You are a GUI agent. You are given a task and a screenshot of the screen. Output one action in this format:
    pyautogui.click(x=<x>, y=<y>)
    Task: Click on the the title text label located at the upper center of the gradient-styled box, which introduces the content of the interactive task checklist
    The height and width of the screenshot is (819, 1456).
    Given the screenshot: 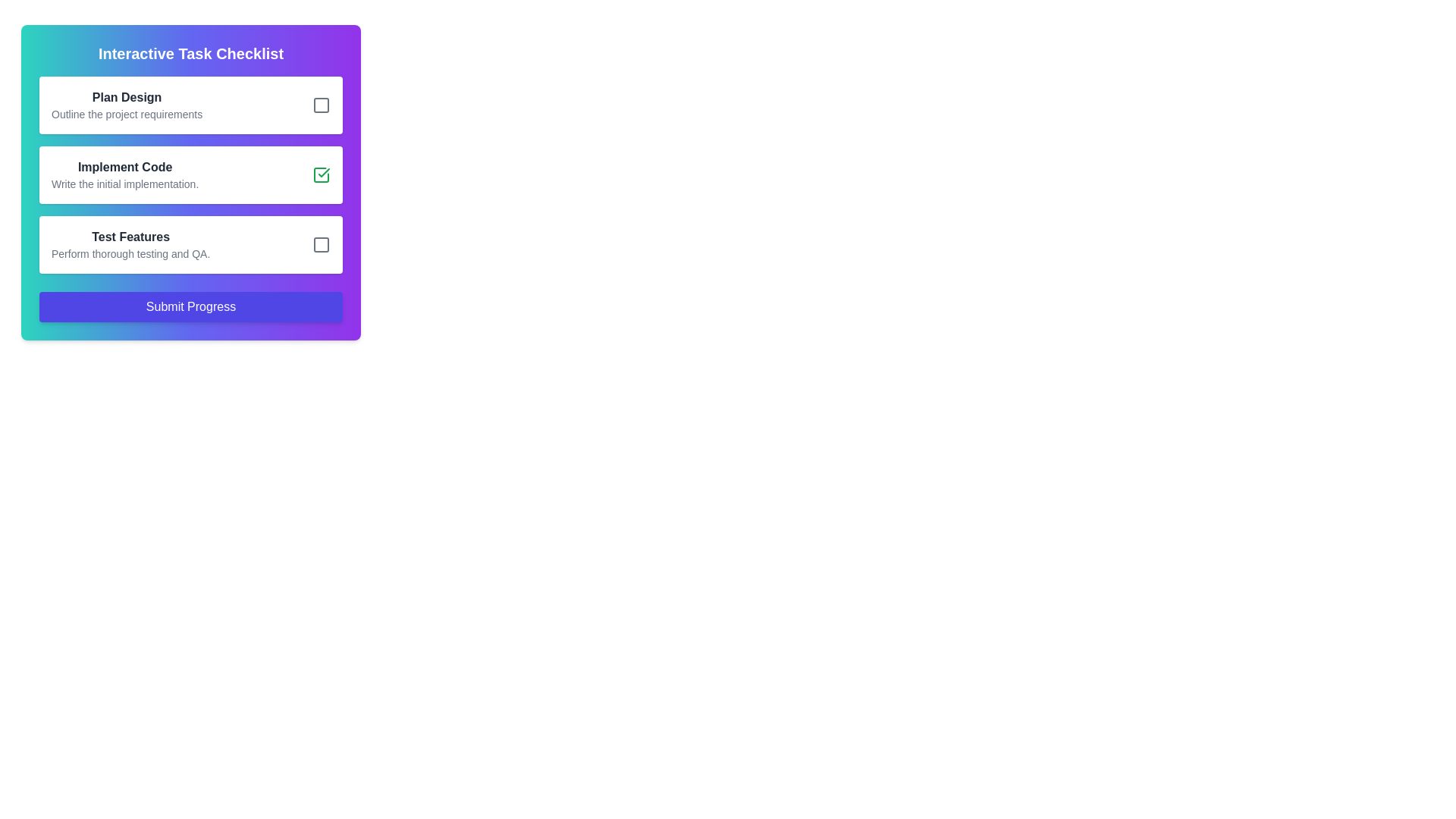 What is the action you would take?
    pyautogui.click(x=190, y=52)
    